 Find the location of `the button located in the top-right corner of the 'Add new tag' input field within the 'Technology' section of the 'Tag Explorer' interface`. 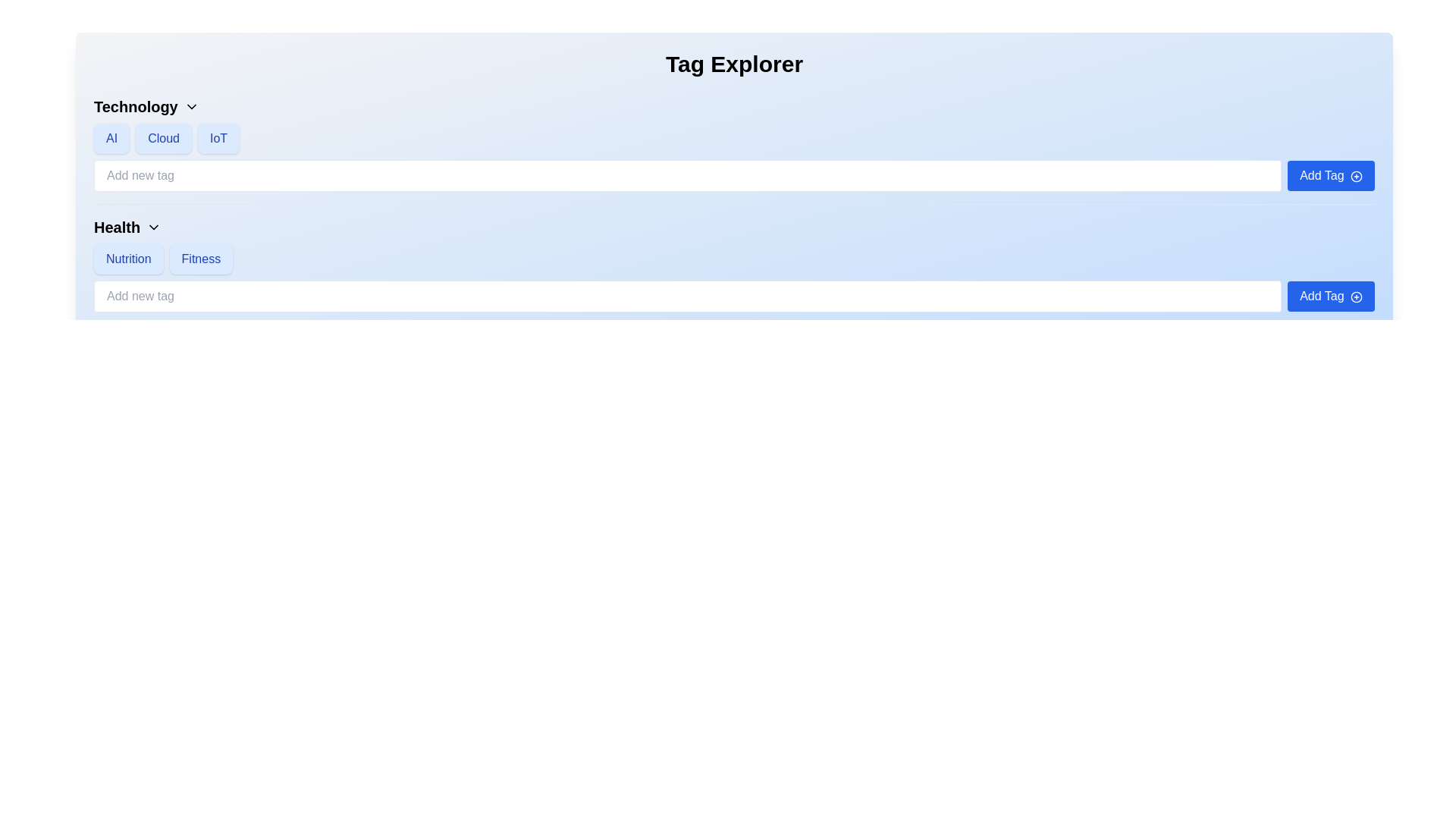

the button located in the top-right corner of the 'Add new tag' input field within the 'Technology' section of the 'Tag Explorer' interface is located at coordinates (1330, 174).